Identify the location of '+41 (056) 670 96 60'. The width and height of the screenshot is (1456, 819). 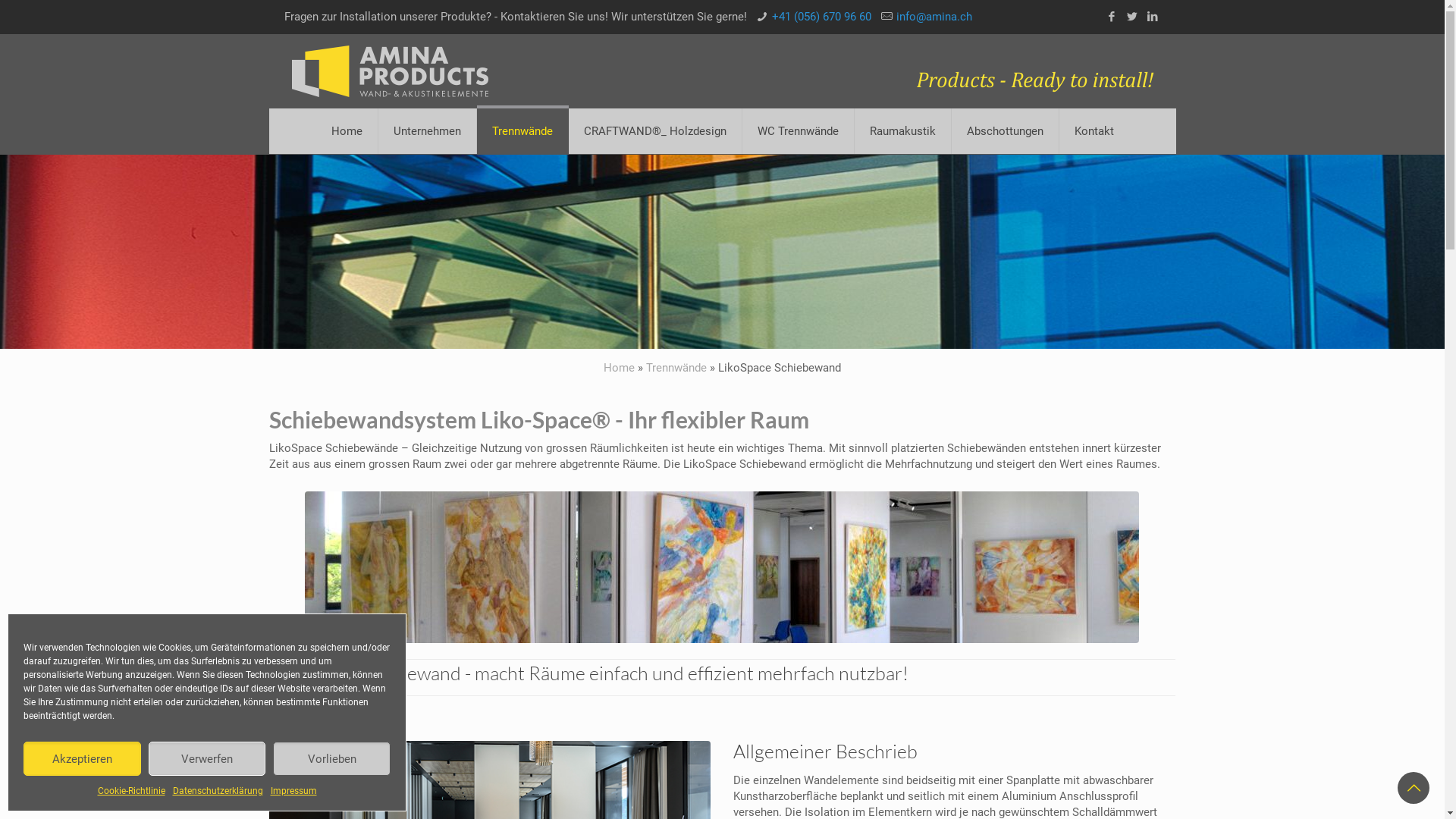
(821, 17).